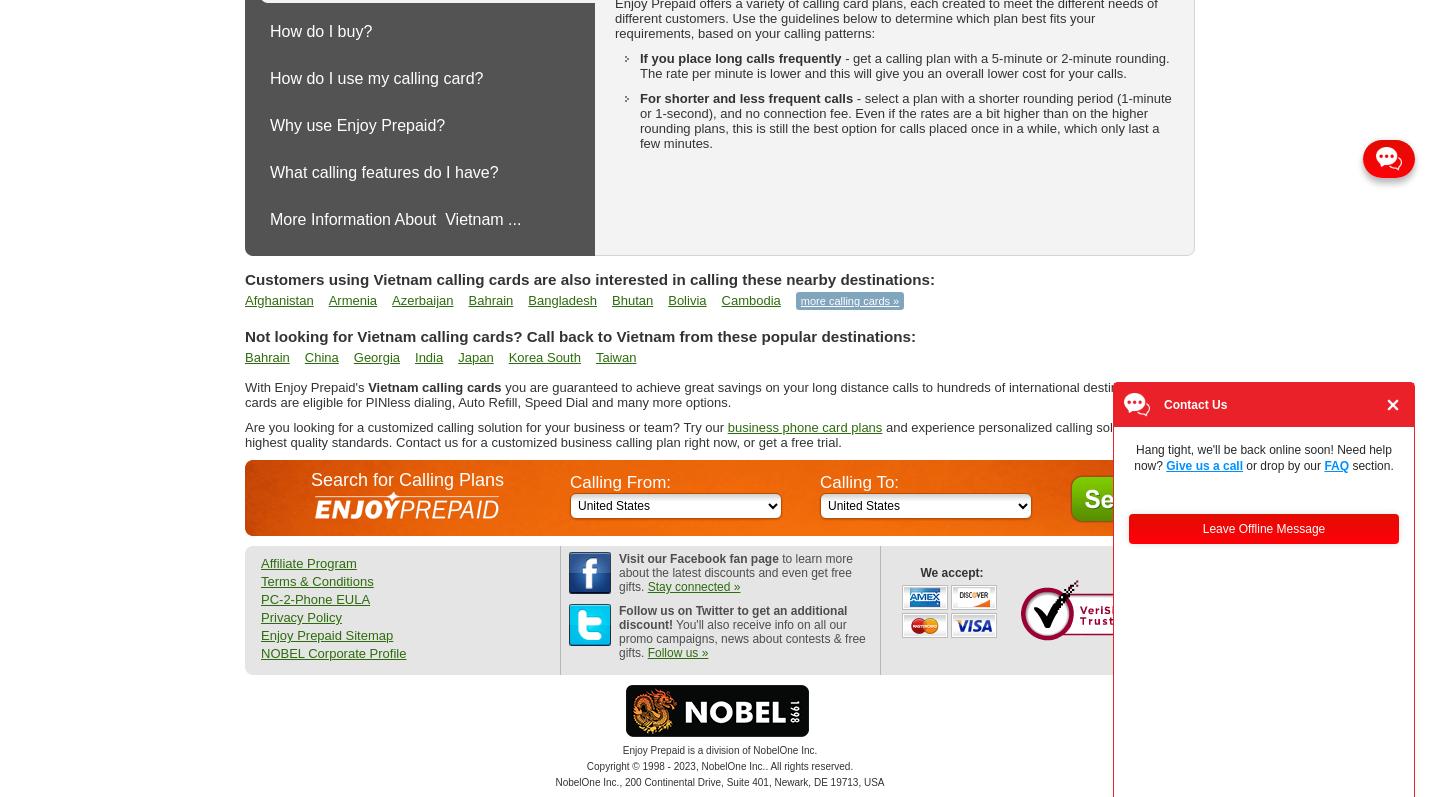 This screenshot has height=797, width=1440. Describe the element at coordinates (569, 482) in the screenshot. I see `'Calling From:'` at that location.